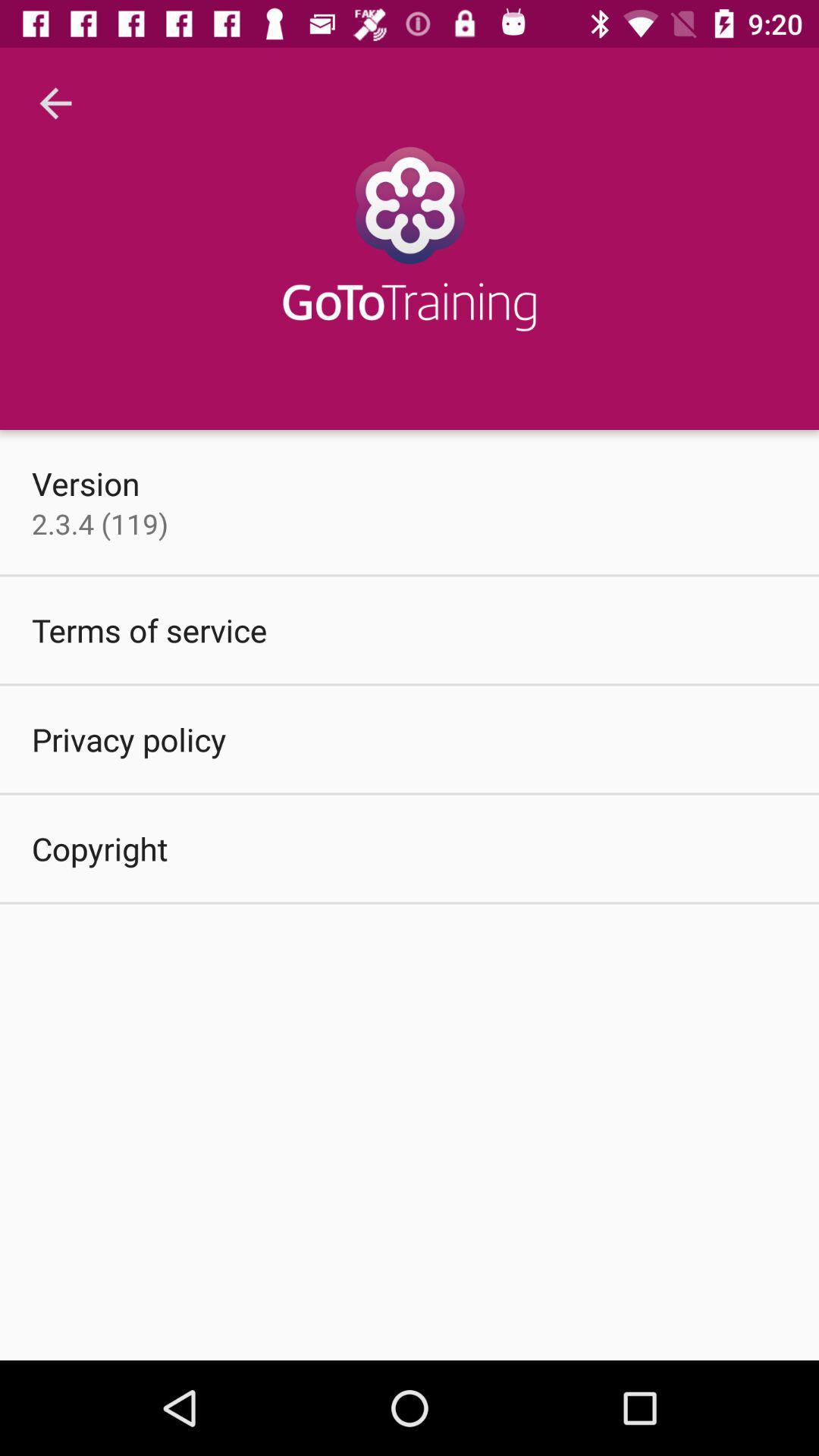 This screenshot has height=1456, width=819. What do you see at coordinates (86, 482) in the screenshot?
I see `version` at bounding box center [86, 482].